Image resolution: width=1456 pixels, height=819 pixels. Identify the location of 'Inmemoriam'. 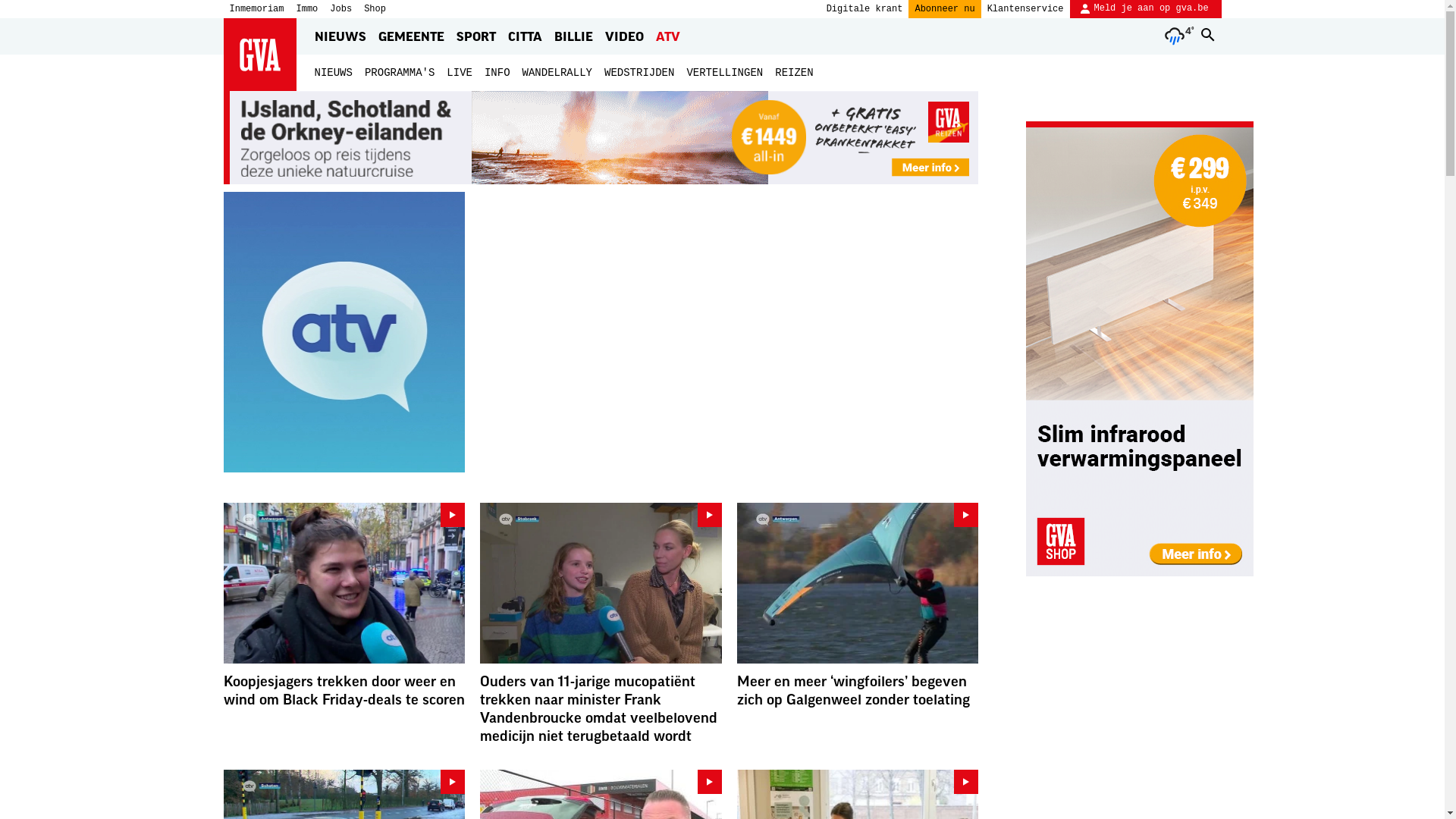
(256, 8).